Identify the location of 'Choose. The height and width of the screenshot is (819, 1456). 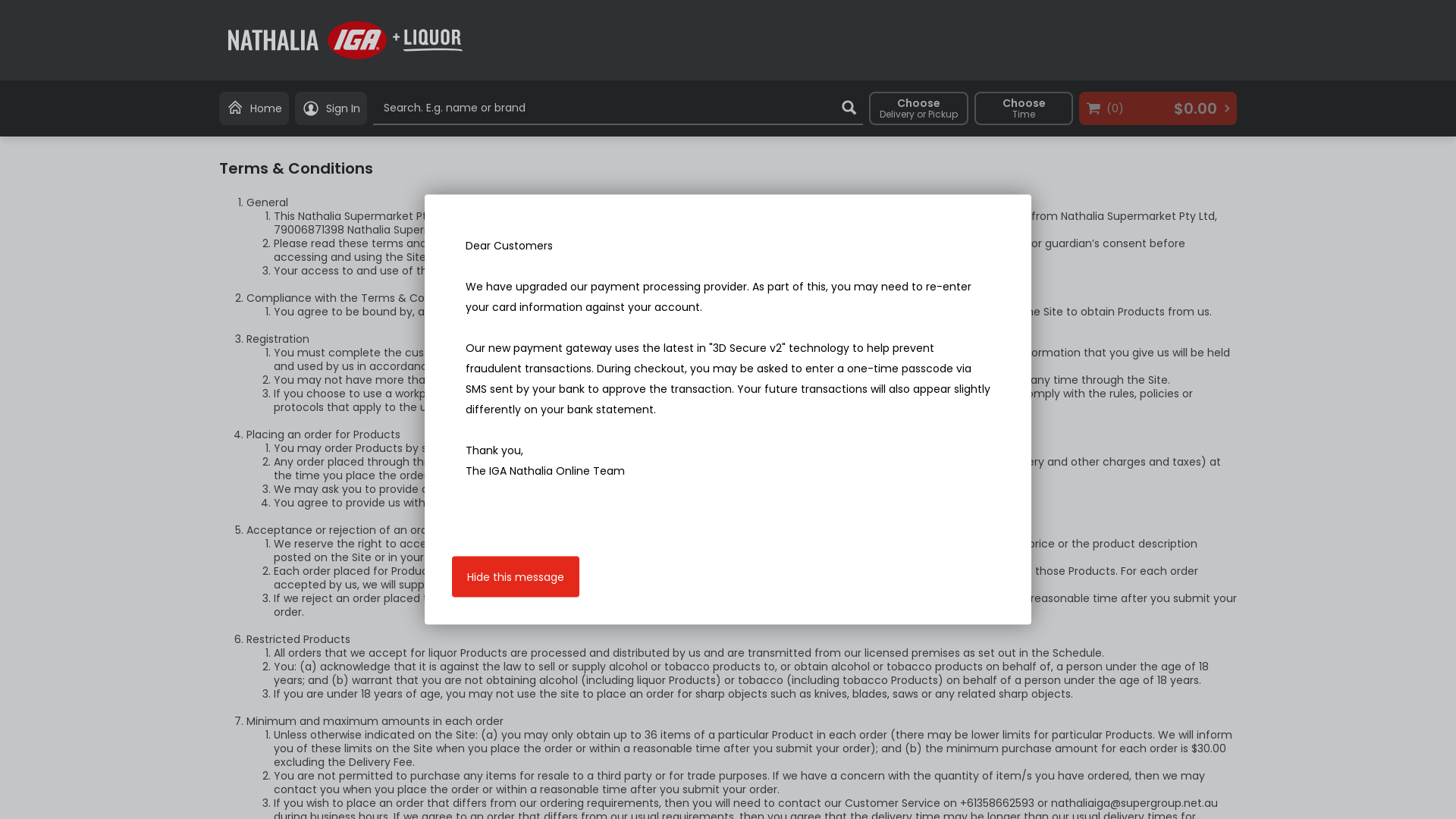
(1023, 107).